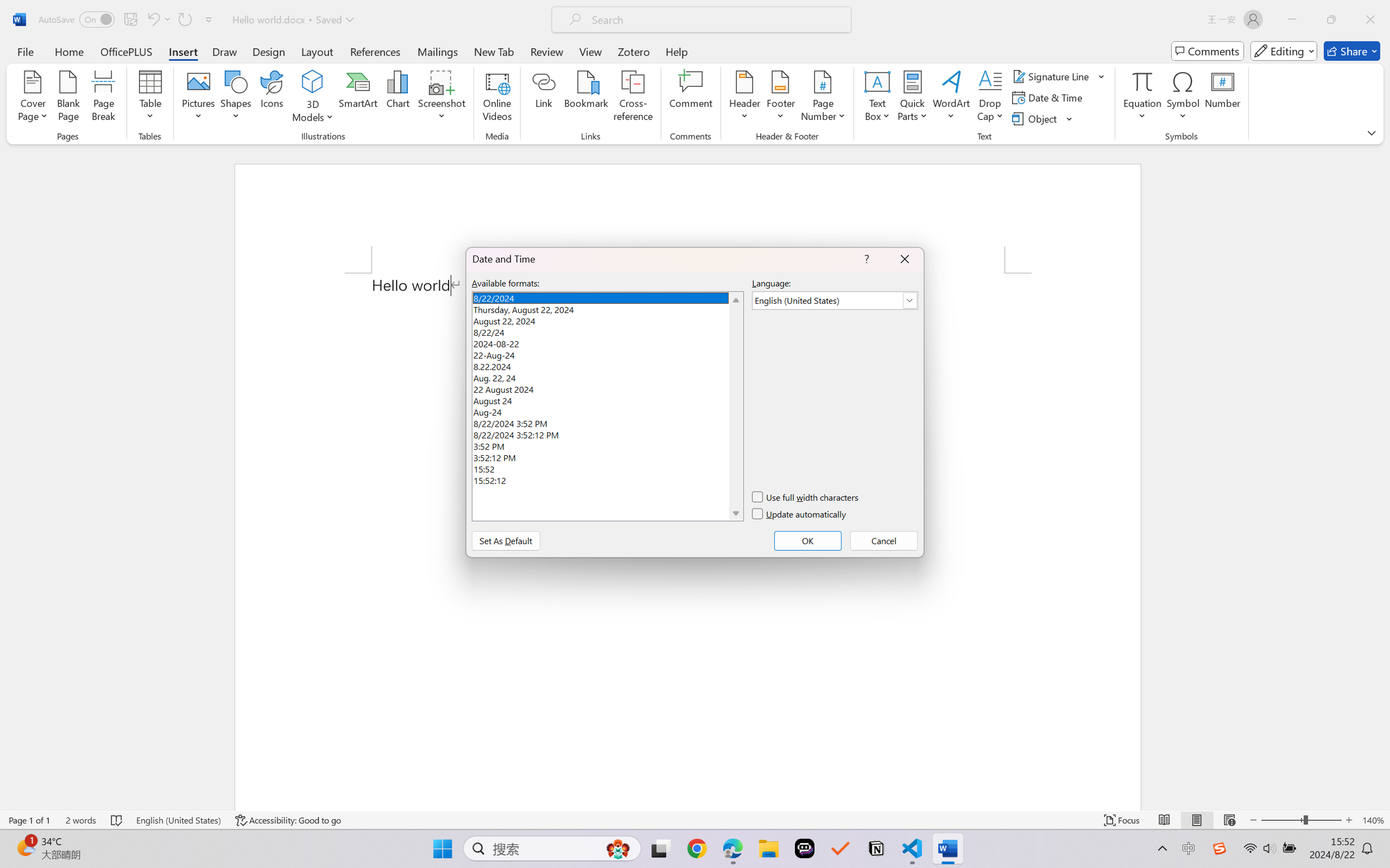 This screenshot has height=868, width=1390. I want to click on 'Pictures', so click(199, 98).